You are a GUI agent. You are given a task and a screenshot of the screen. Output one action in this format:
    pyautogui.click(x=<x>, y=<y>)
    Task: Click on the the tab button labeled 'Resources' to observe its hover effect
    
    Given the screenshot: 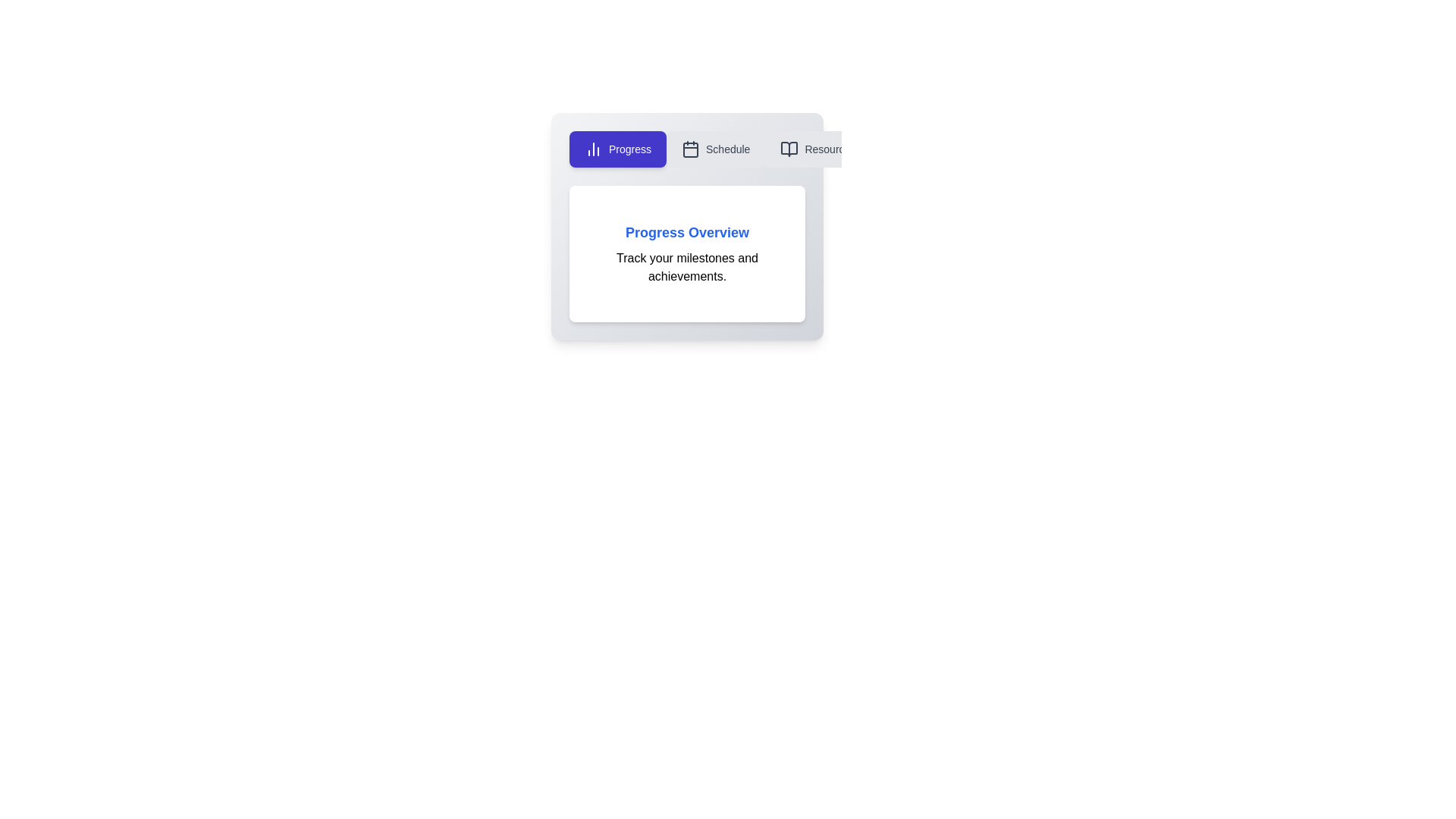 What is the action you would take?
    pyautogui.click(x=817, y=149)
    